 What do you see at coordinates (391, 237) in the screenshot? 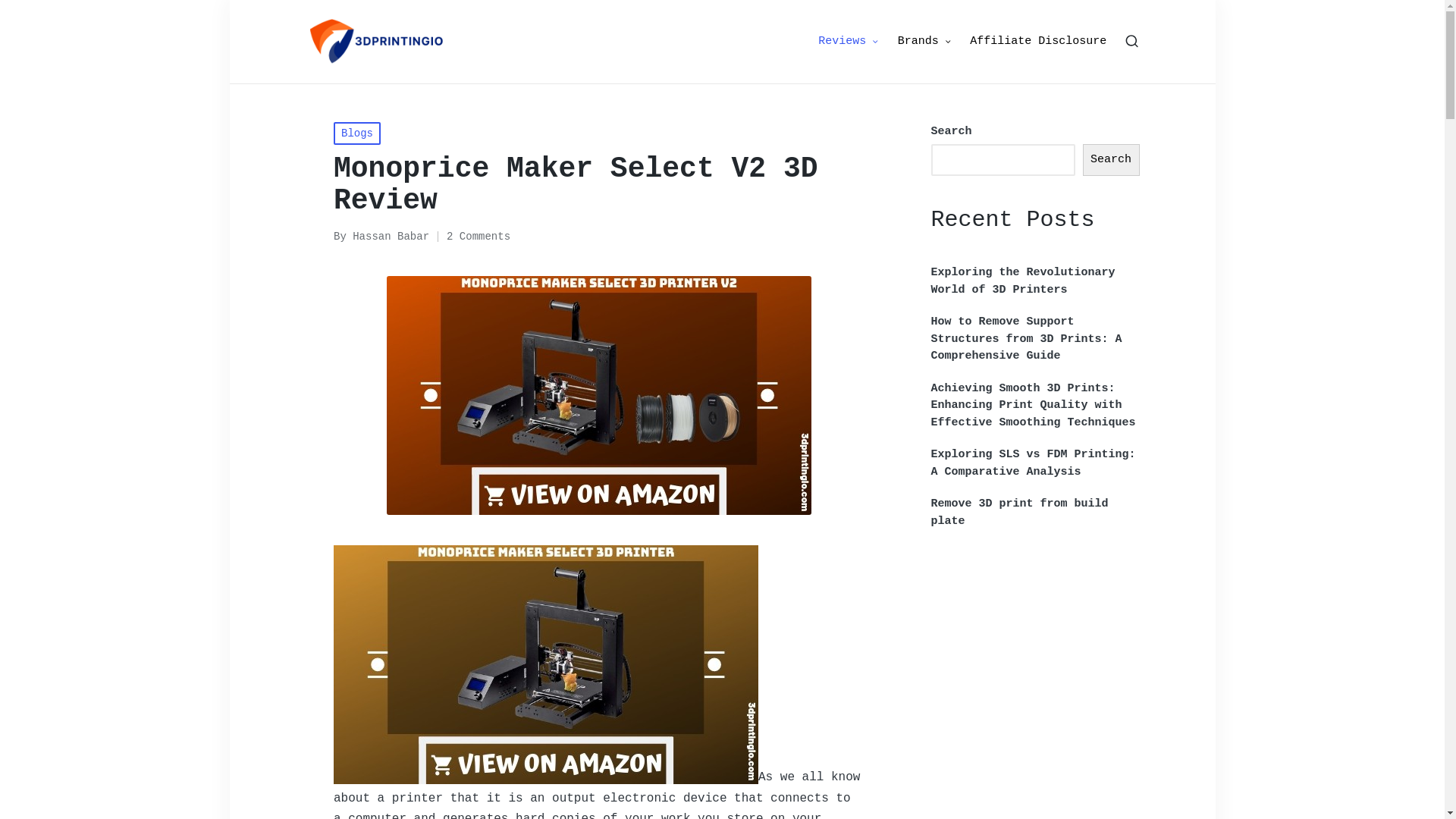
I see `'Hassan Babar'` at bounding box center [391, 237].